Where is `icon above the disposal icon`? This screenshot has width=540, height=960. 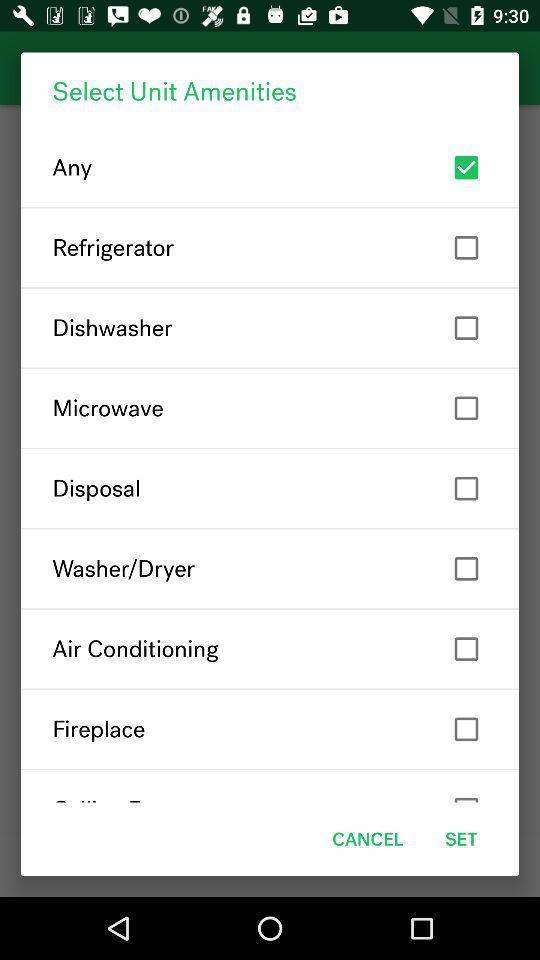 icon above the disposal icon is located at coordinates (270, 407).